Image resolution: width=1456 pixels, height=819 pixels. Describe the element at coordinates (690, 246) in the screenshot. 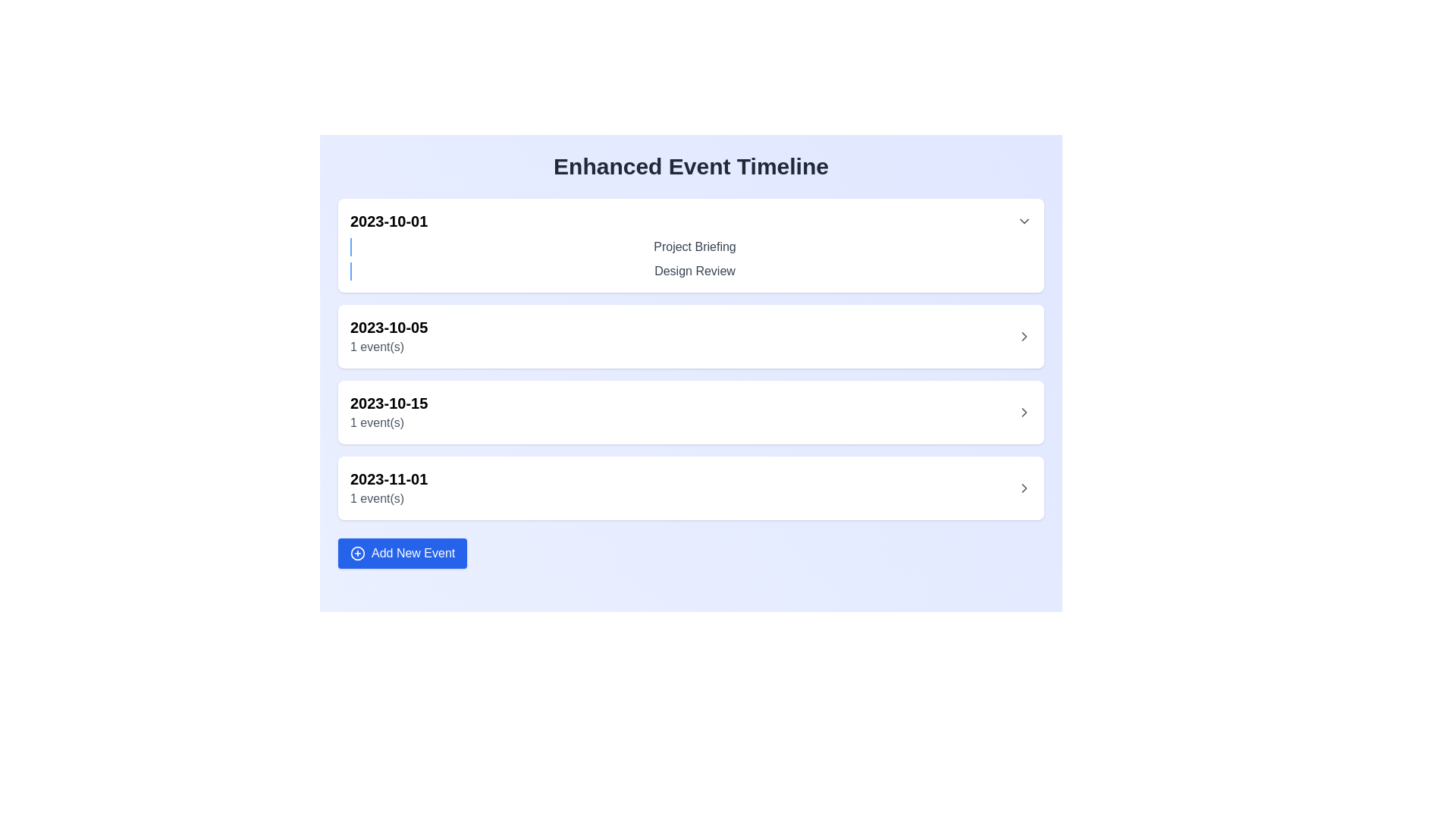

I see `text content of the Text Label that describes the event or item in the timeline under the header '2023-10-01'` at that location.